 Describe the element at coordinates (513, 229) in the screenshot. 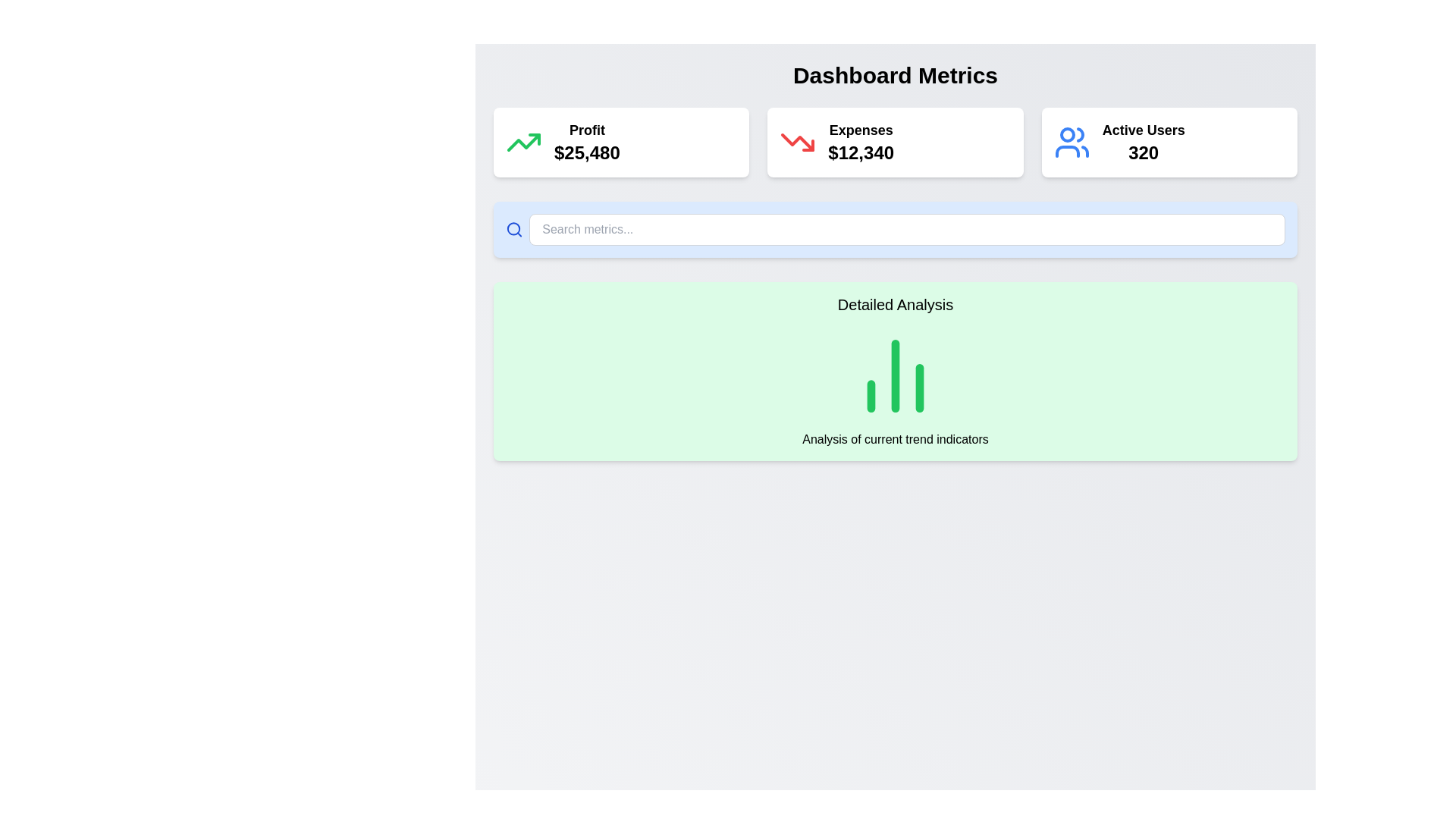

I see `the circular part of the SVG-based magnifying glass icon, which is styled with a solid boundary and no fill, located near the top center of the interface, to interact with the search functionality` at that location.